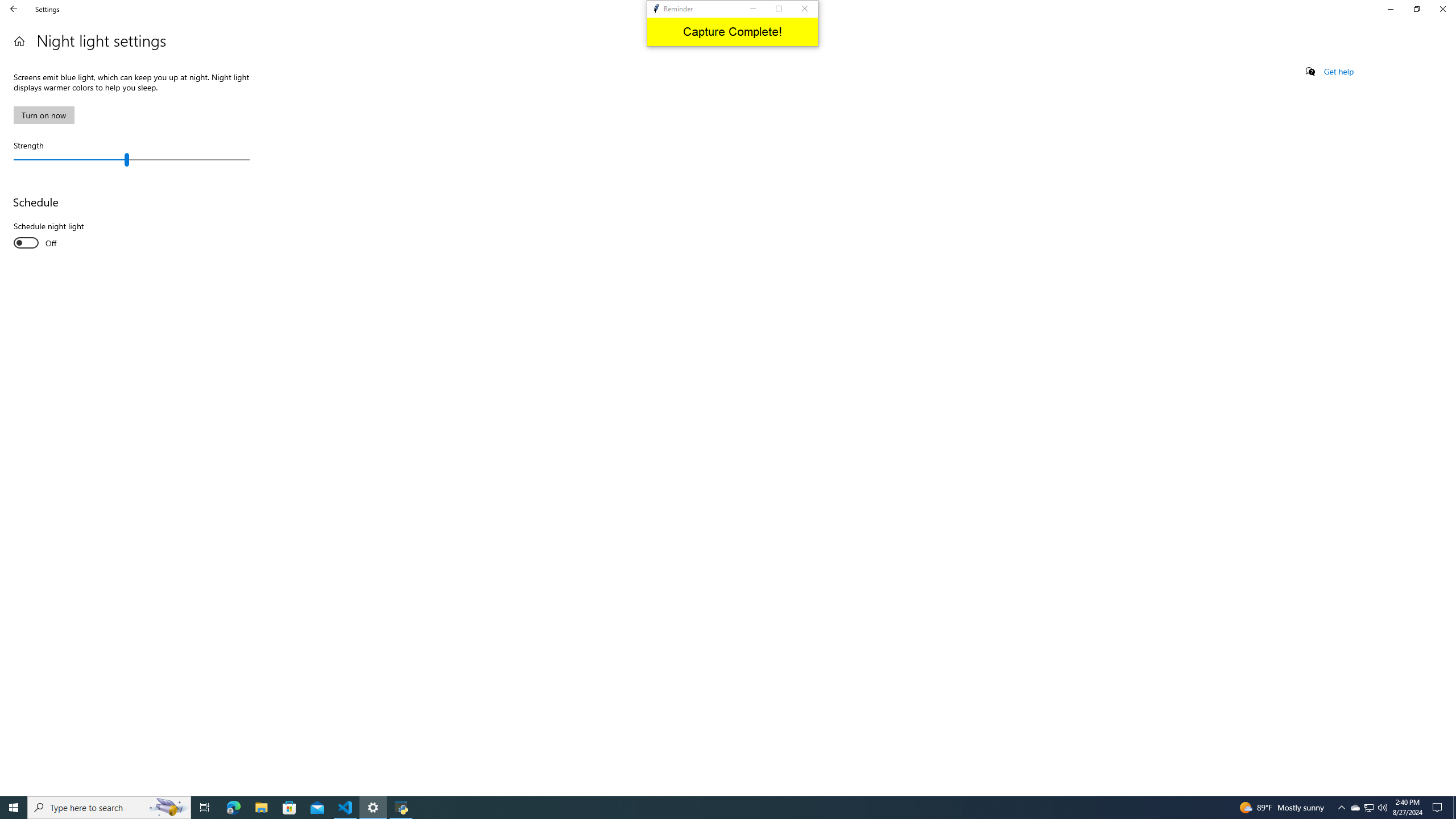 Image resolution: width=1456 pixels, height=819 pixels. What do you see at coordinates (1416, 9) in the screenshot?
I see `'Restore Settings'` at bounding box center [1416, 9].